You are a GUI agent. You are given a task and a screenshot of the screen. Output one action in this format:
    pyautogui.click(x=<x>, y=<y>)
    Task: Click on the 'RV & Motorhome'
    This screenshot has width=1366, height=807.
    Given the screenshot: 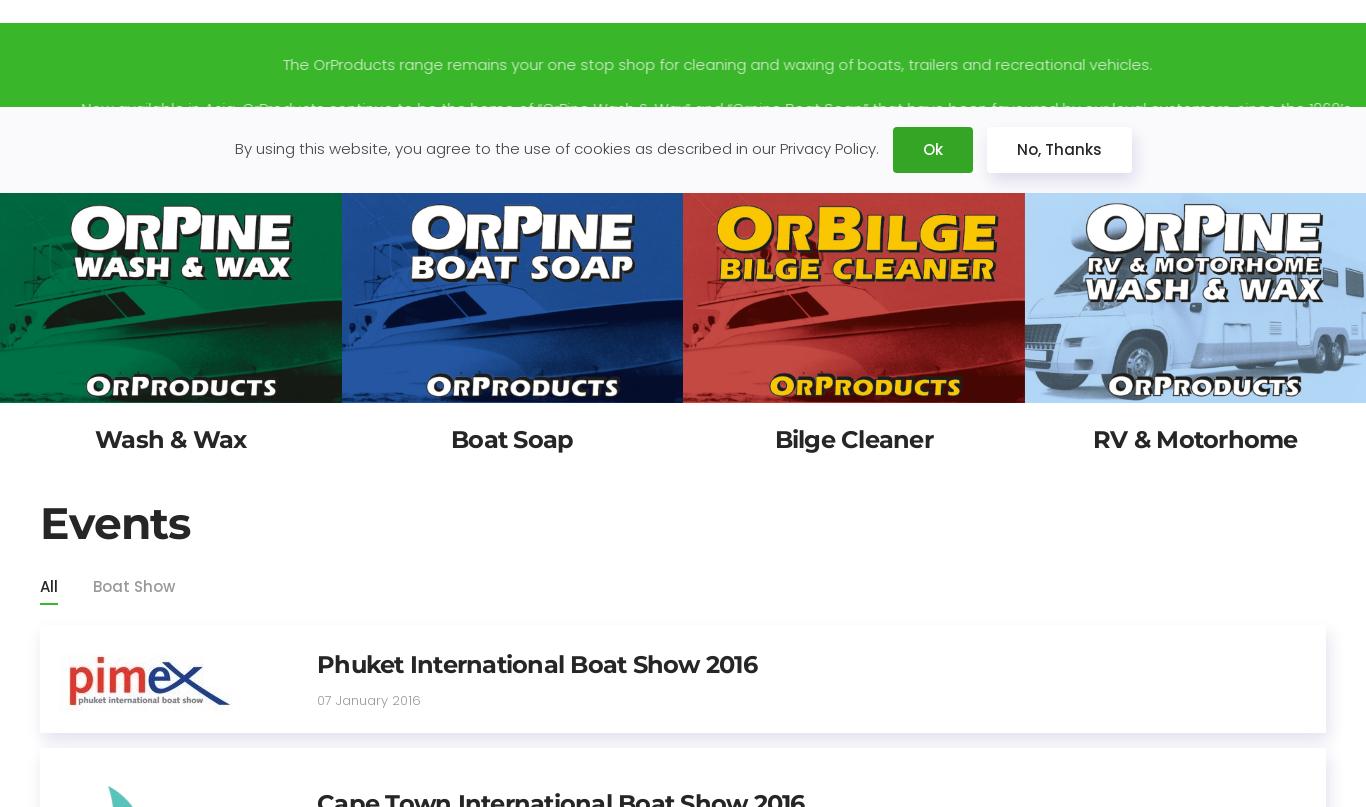 What is the action you would take?
    pyautogui.click(x=1091, y=438)
    